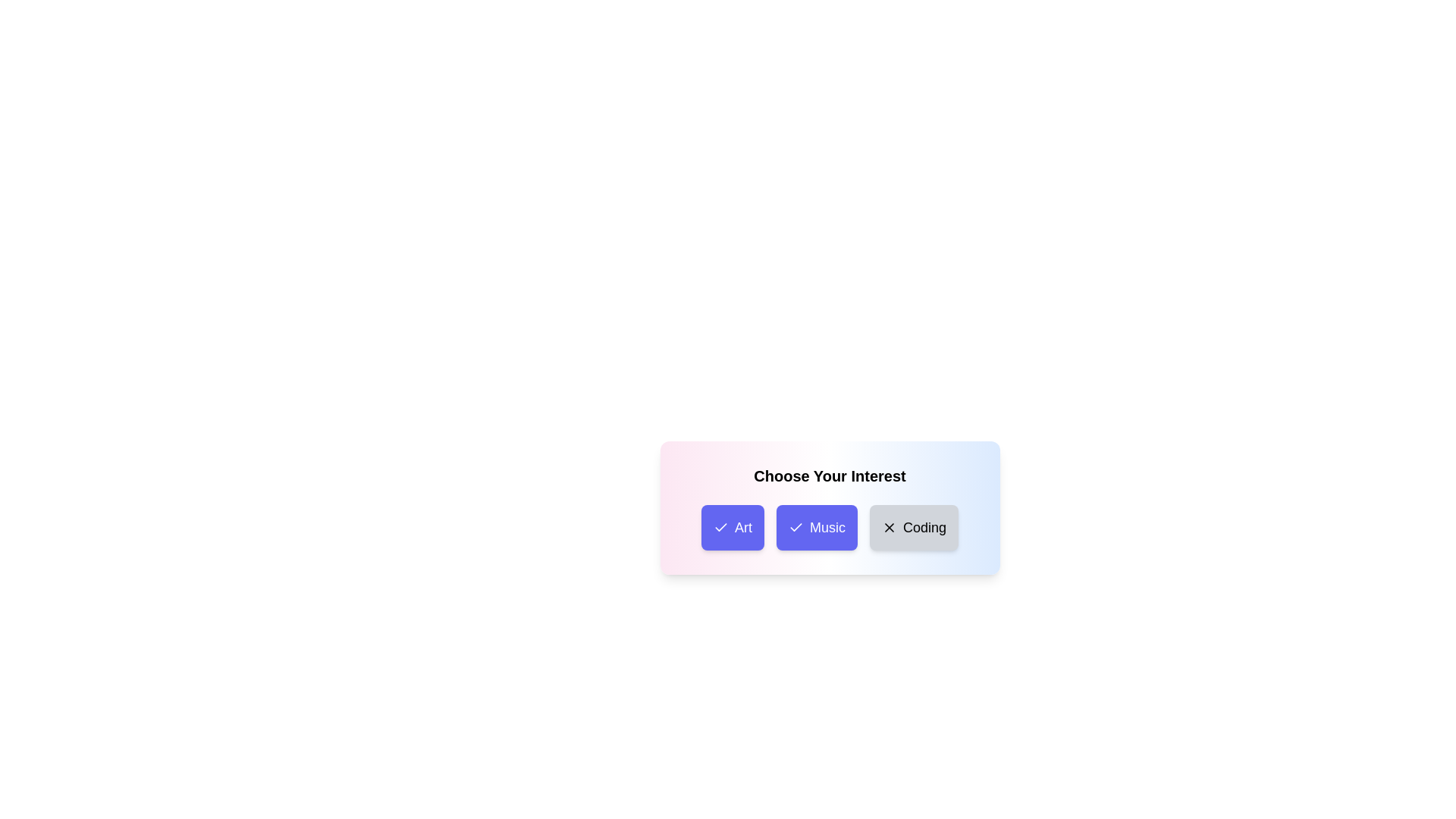  I want to click on the 'Coding' category to toggle its selection, so click(912, 526).